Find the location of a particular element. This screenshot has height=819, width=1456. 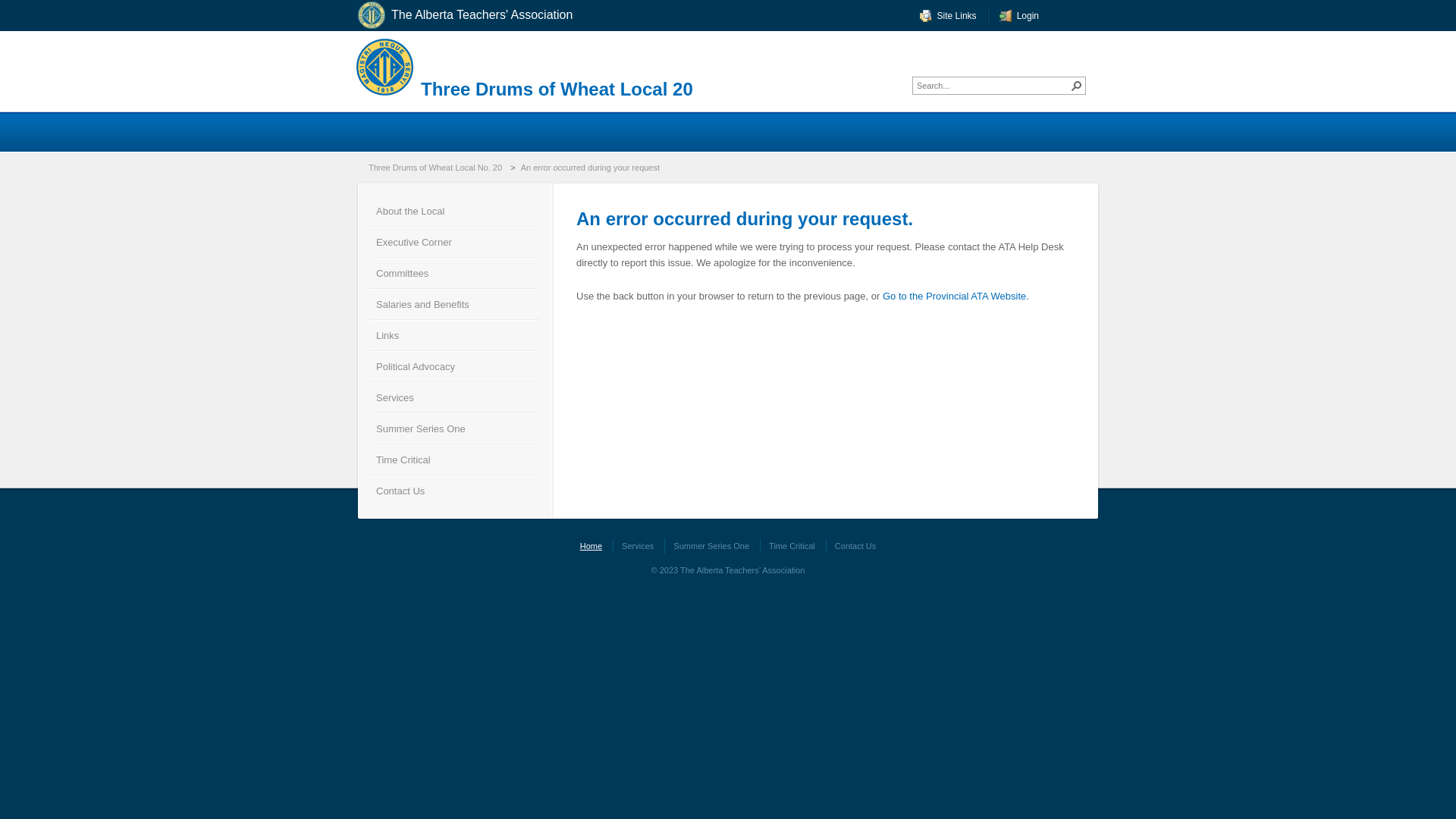

'About the Local' is located at coordinates (370, 210).